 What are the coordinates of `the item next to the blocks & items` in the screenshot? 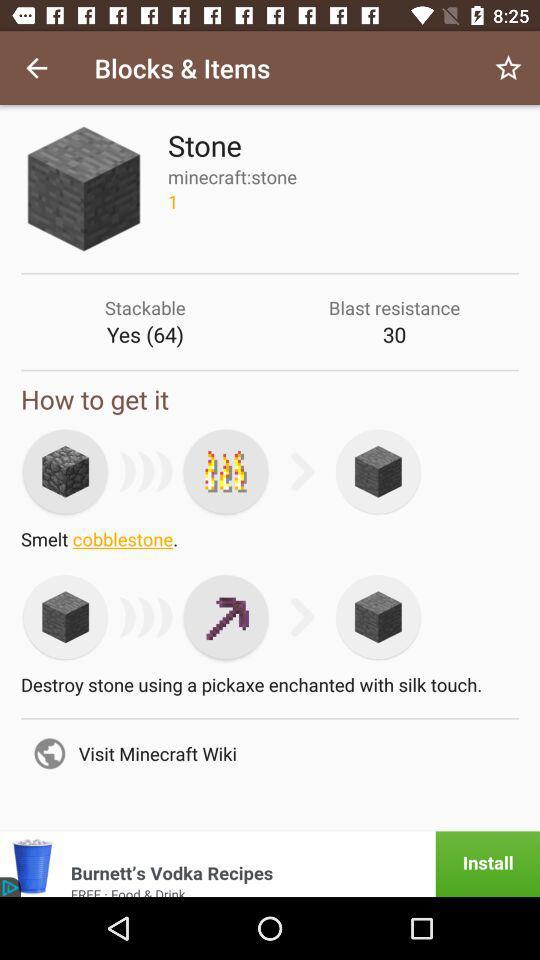 It's located at (36, 68).